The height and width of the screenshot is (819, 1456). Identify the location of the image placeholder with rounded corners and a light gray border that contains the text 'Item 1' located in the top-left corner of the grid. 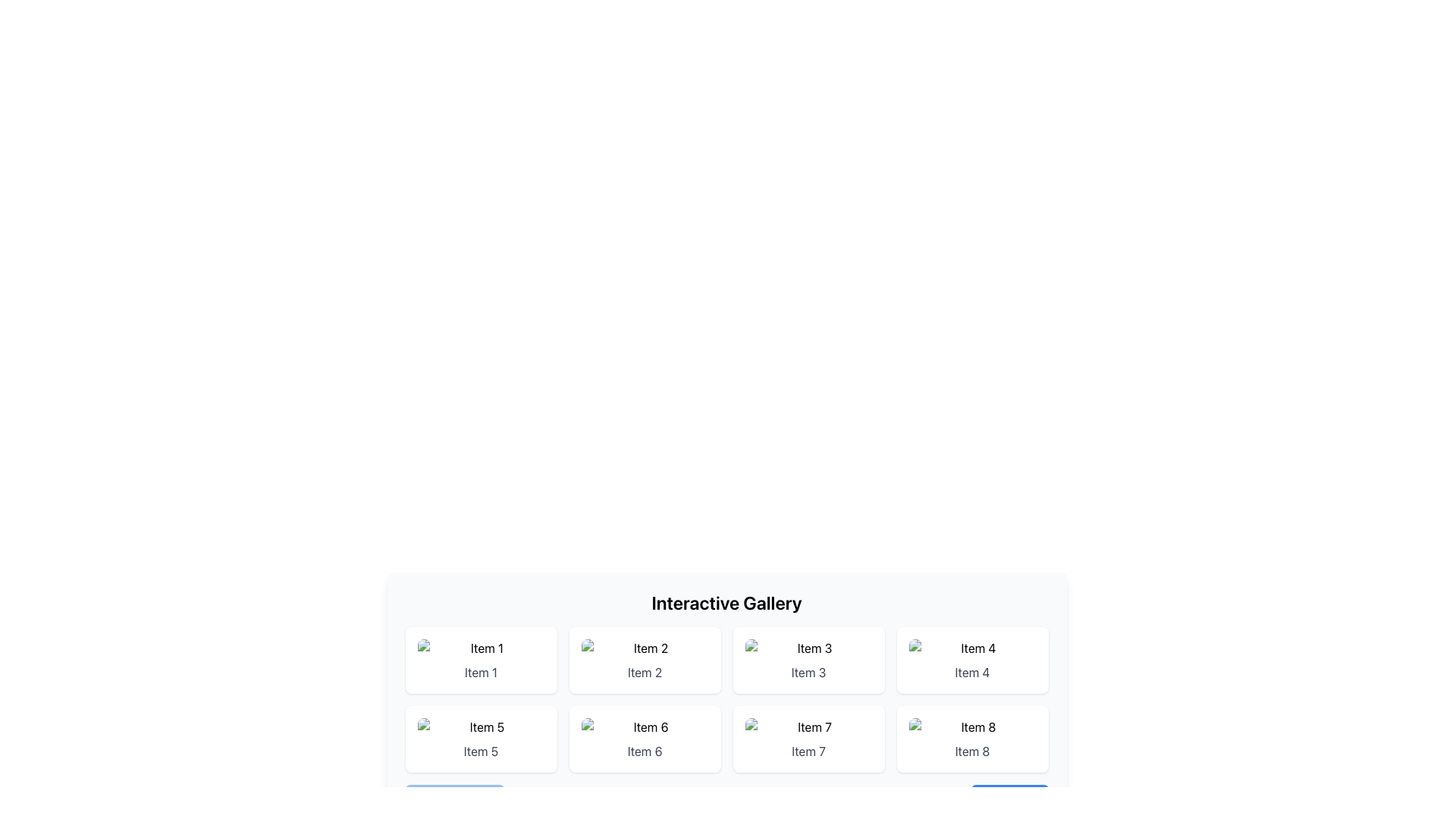
(480, 648).